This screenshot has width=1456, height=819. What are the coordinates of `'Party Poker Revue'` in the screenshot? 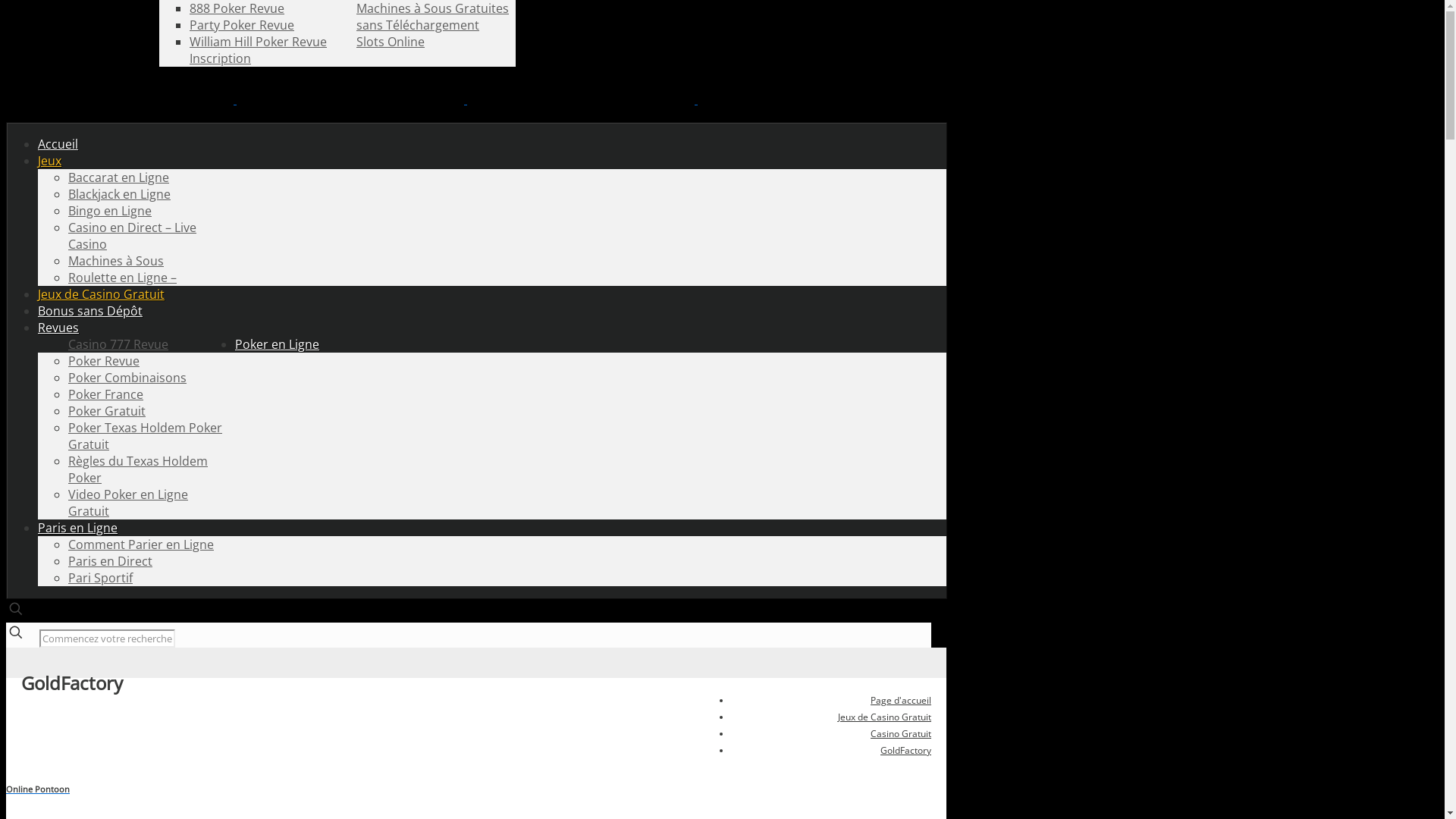 It's located at (240, 25).